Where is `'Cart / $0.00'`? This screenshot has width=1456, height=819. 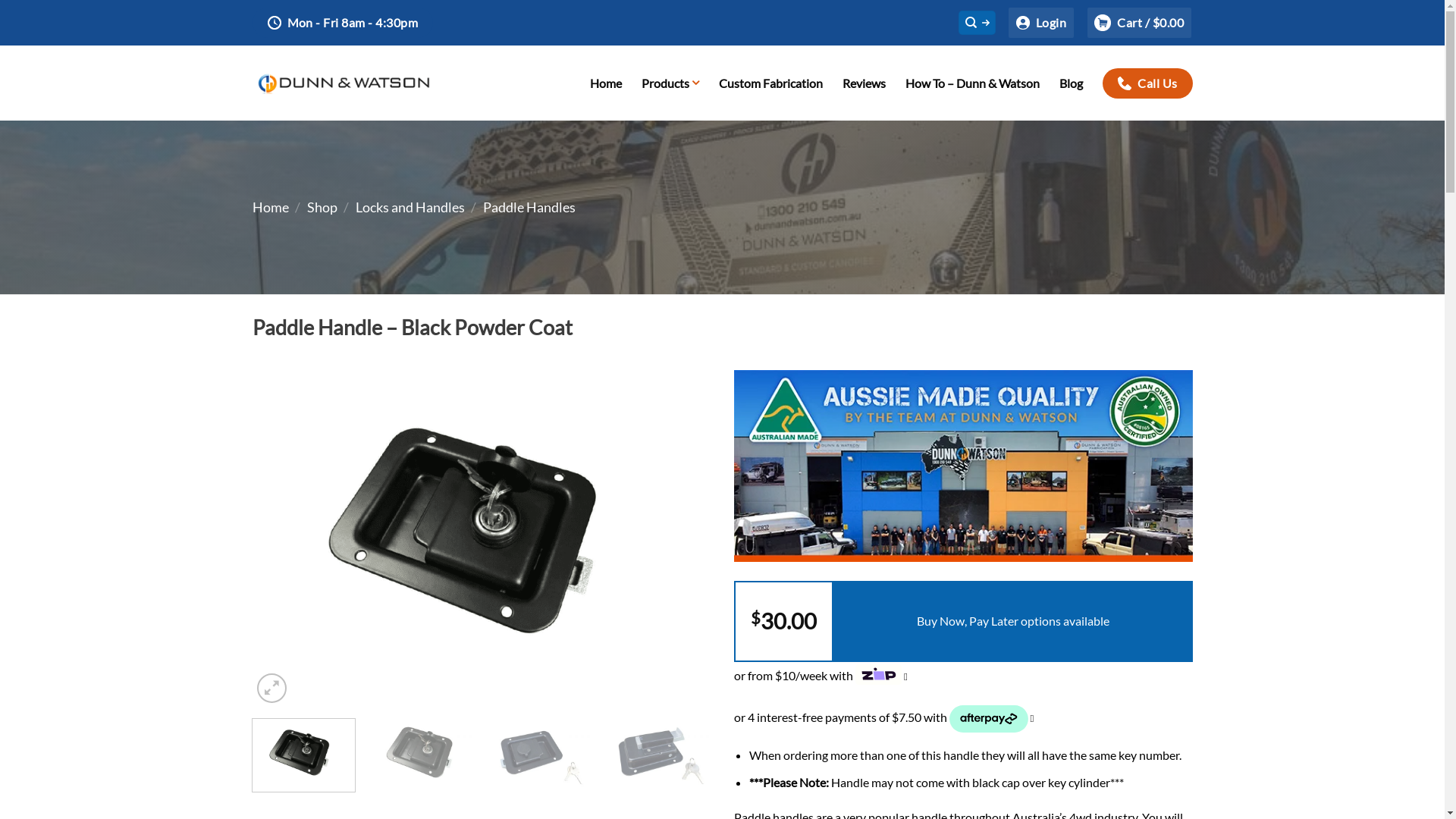
'Cart / $0.00' is located at coordinates (1139, 23).